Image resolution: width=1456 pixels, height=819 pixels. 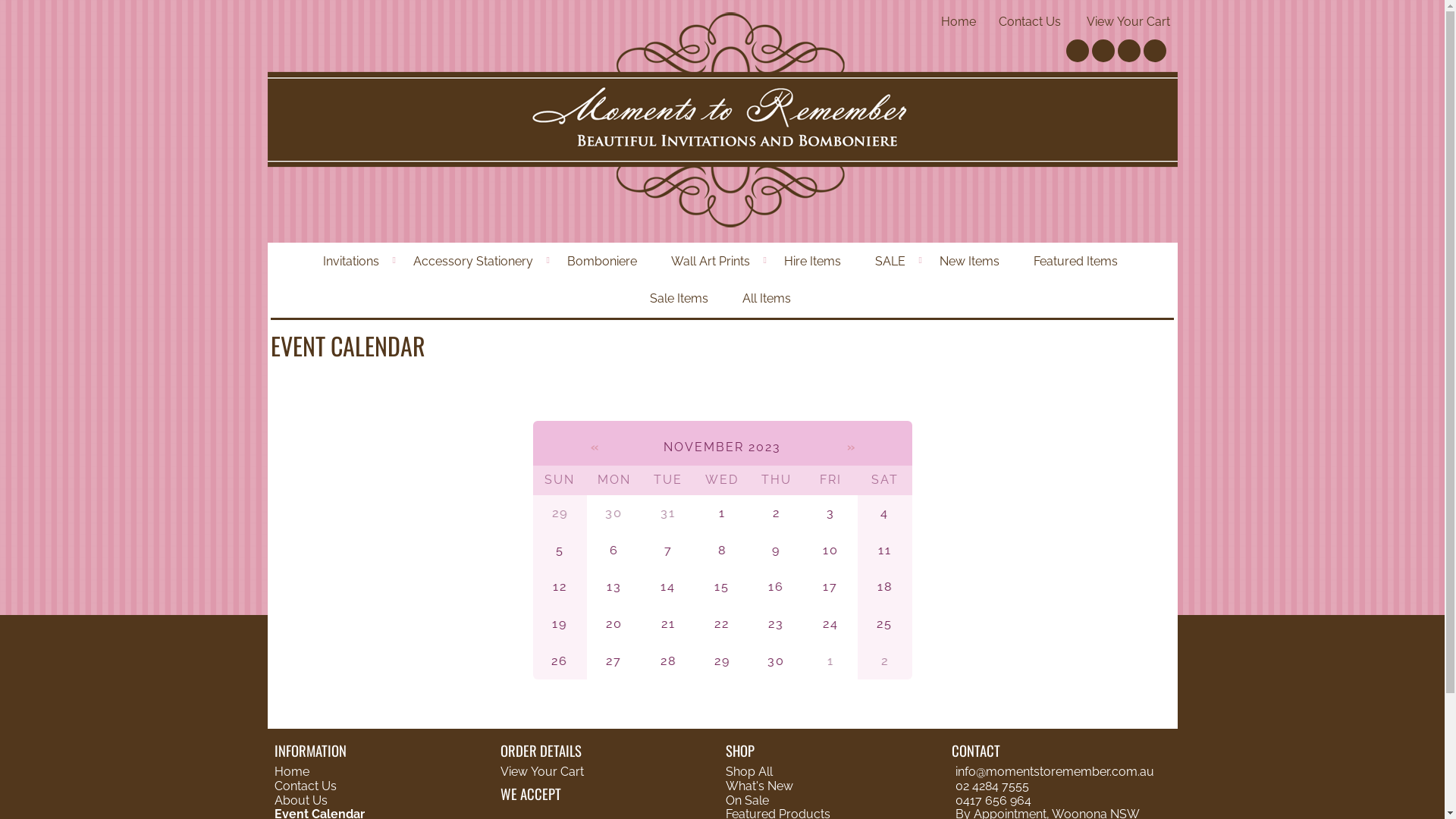 What do you see at coordinates (993, 799) in the screenshot?
I see `'0417 656 964'` at bounding box center [993, 799].